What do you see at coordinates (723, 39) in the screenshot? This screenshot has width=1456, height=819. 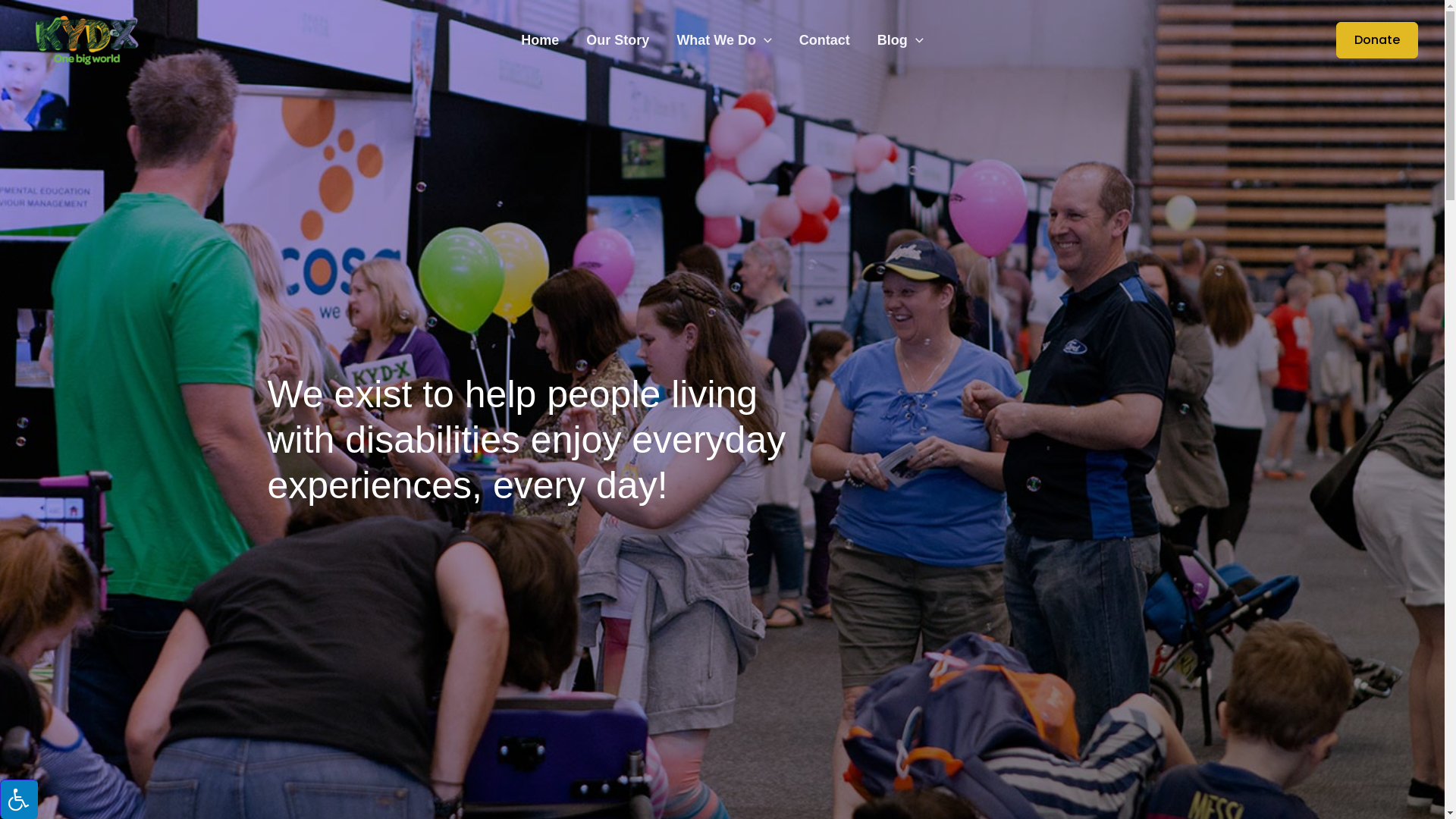 I see `'What We Do'` at bounding box center [723, 39].